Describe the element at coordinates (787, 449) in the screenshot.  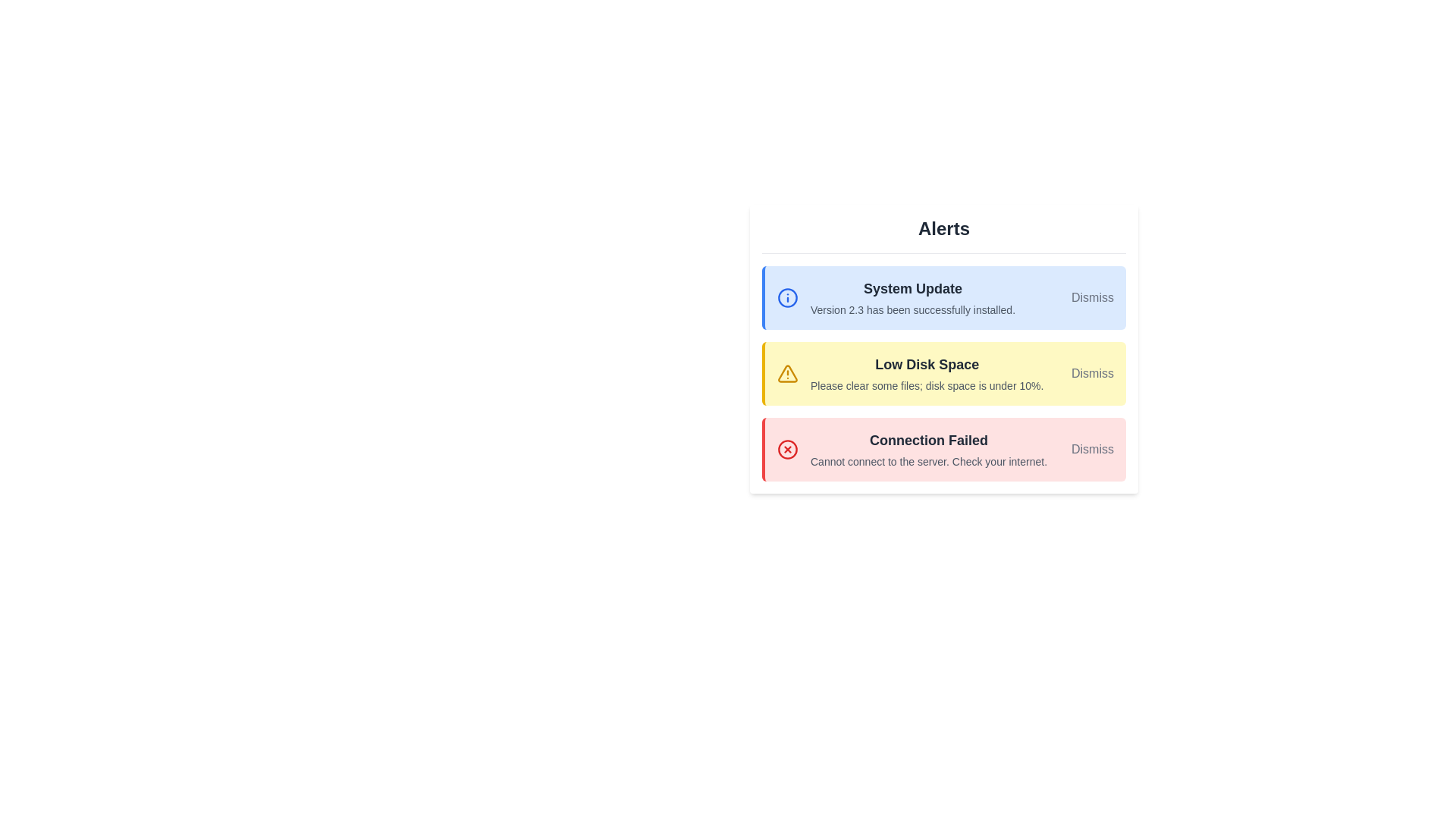
I see `the circular icon with a red border and a centered red 'X' symbol, which is located to the left of the 'Connection Failed' alert message box` at that location.